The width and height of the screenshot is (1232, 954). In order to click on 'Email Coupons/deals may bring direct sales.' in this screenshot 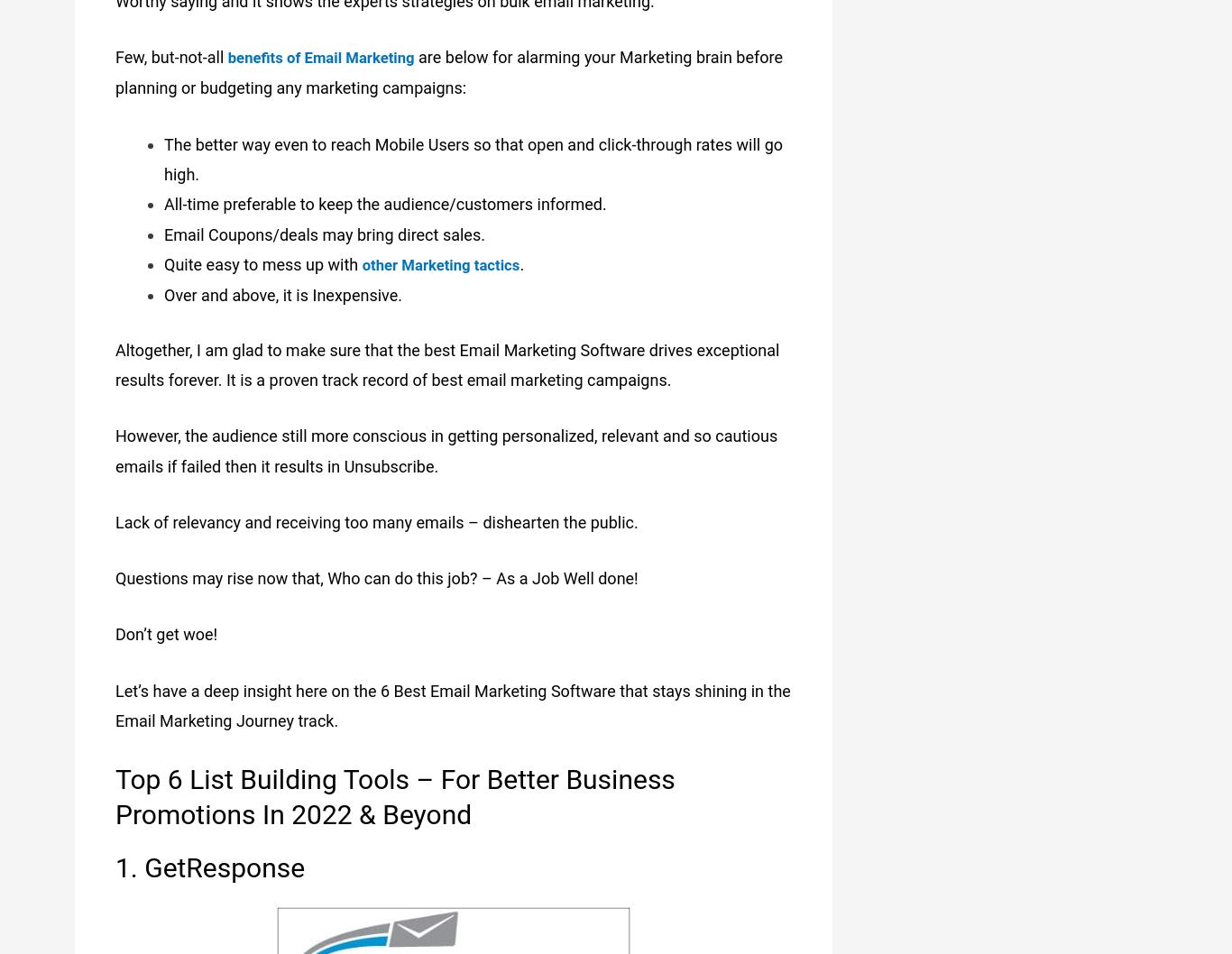, I will do `click(323, 233)`.